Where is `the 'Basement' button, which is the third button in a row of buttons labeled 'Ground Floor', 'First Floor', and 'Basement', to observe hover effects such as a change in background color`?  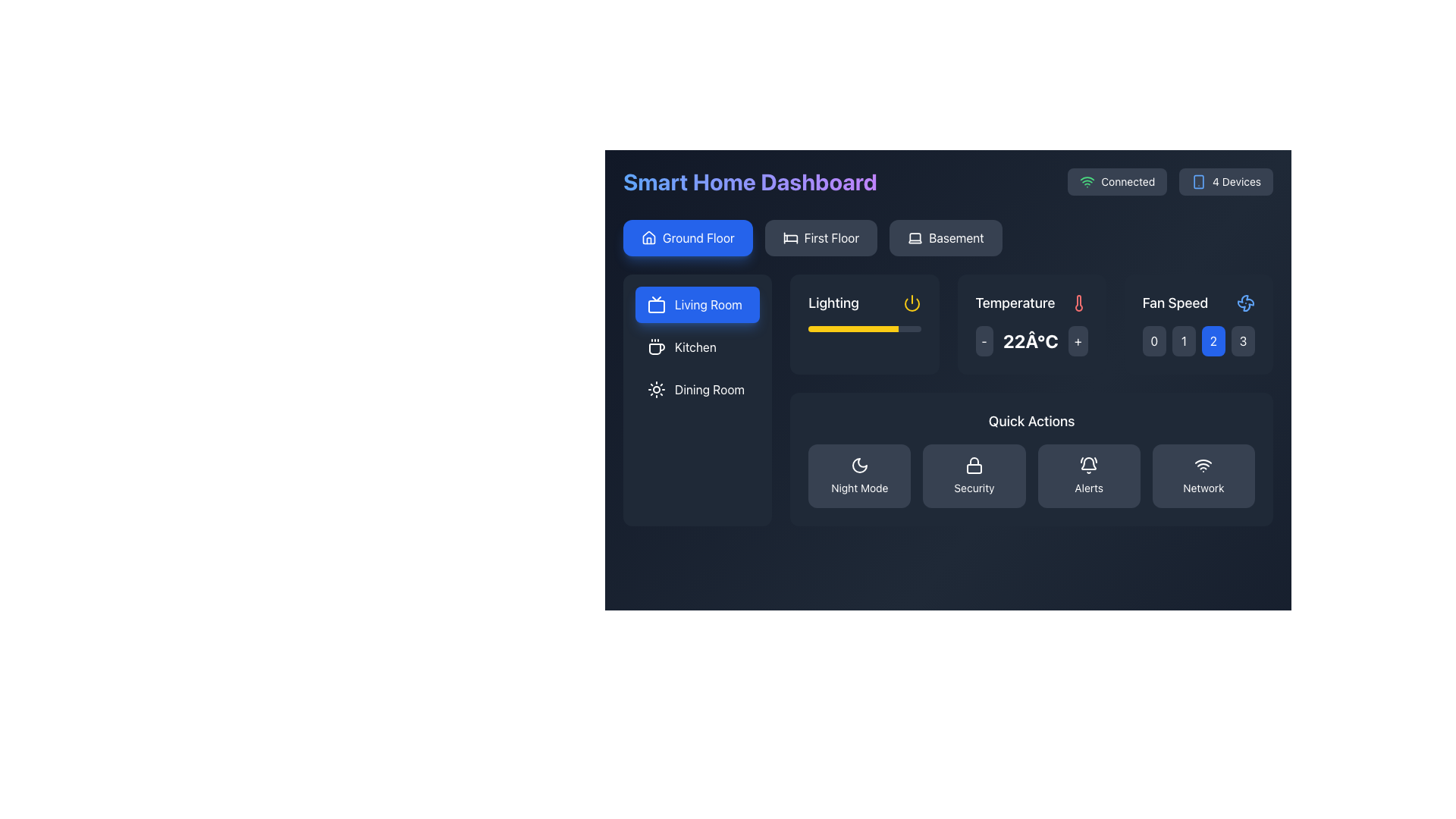 the 'Basement' button, which is the third button in a row of buttons labeled 'Ground Floor', 'First Floor', and 'Basement', to observe hover effects such as a change in background color is located at coordinates (945, 237).